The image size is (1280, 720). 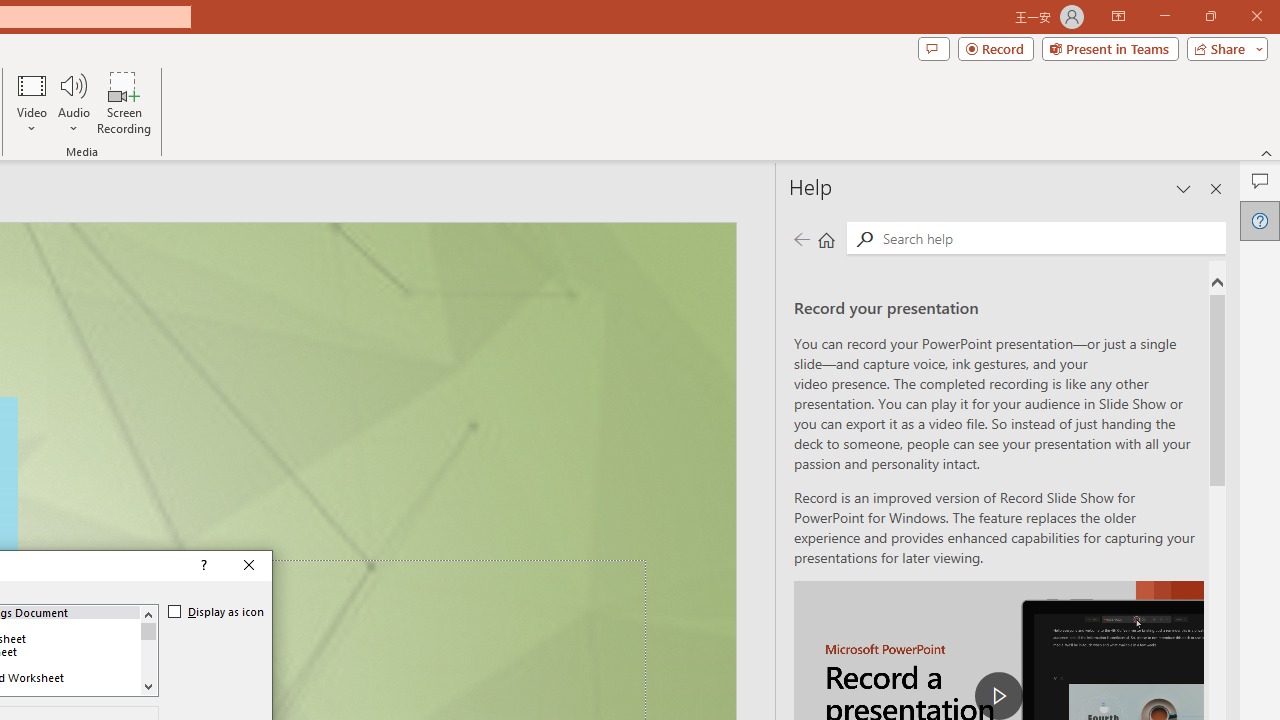 What do you see at coordinates (801, 238) in the screenshot?
I see `'Previous page'` at bounding box center [801, 238].